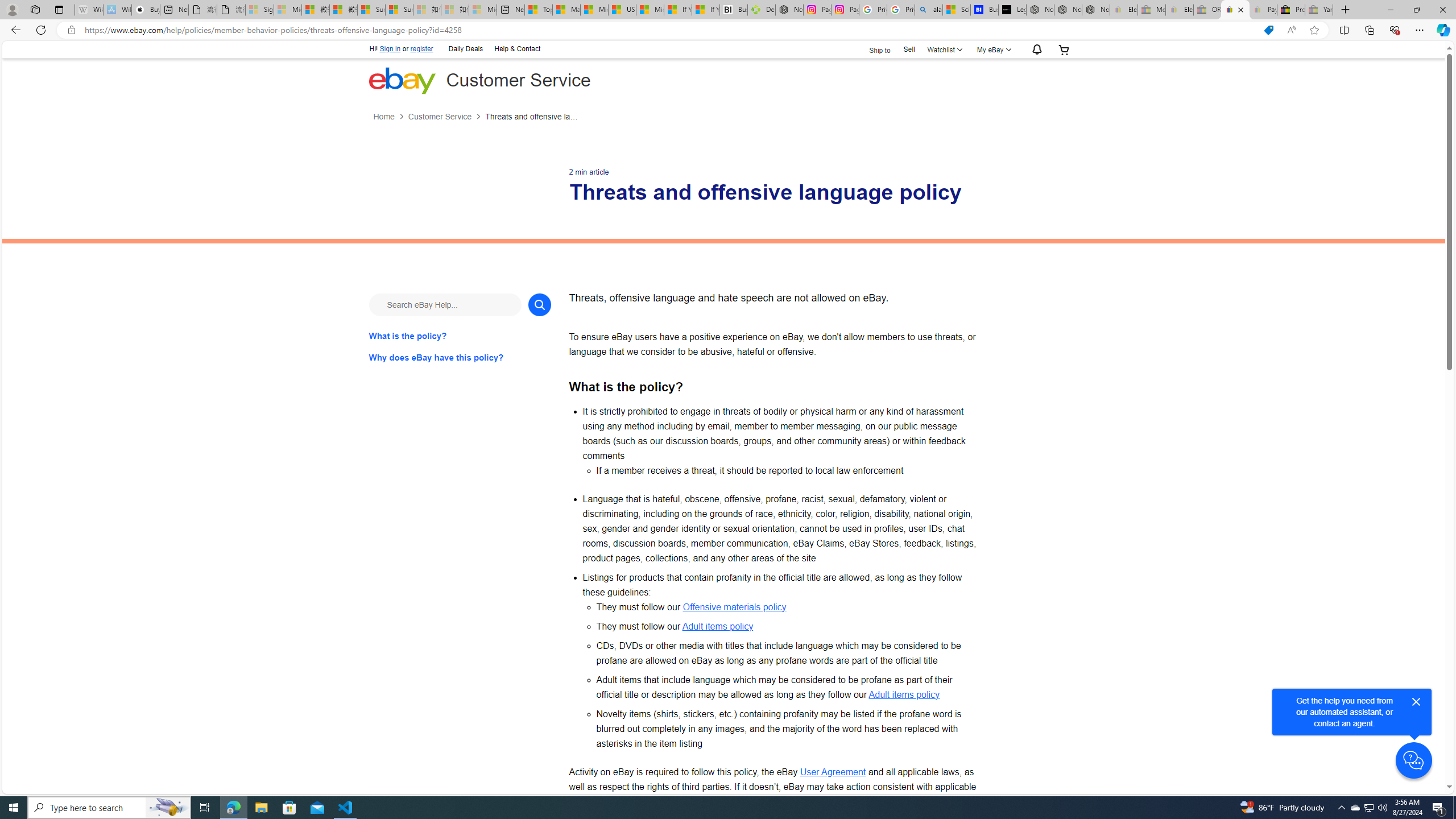 The width and height of the screenshot is (1456, 819). What do you see at coordinates (943, 49) in the screenshot?
I see `'Watchlist'` at bounding box center [943, 49].